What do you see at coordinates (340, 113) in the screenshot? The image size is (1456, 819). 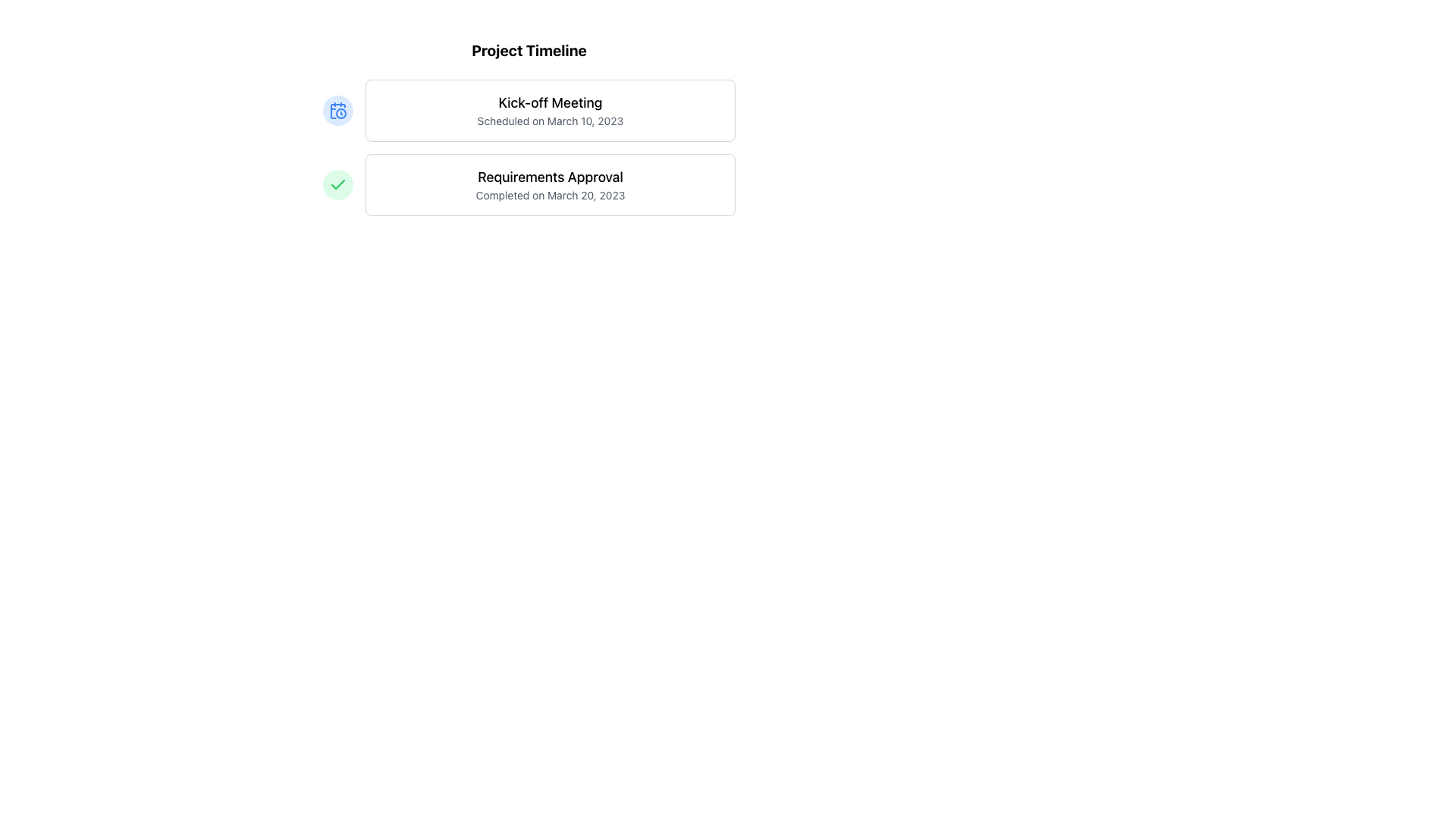 I see `the SVG circle element that represents the graphical detail of the calendar-clock symbol for the 'Kick-off Meeting' entry in the 'Project Timeline' section` at bounding box center [340, 113].